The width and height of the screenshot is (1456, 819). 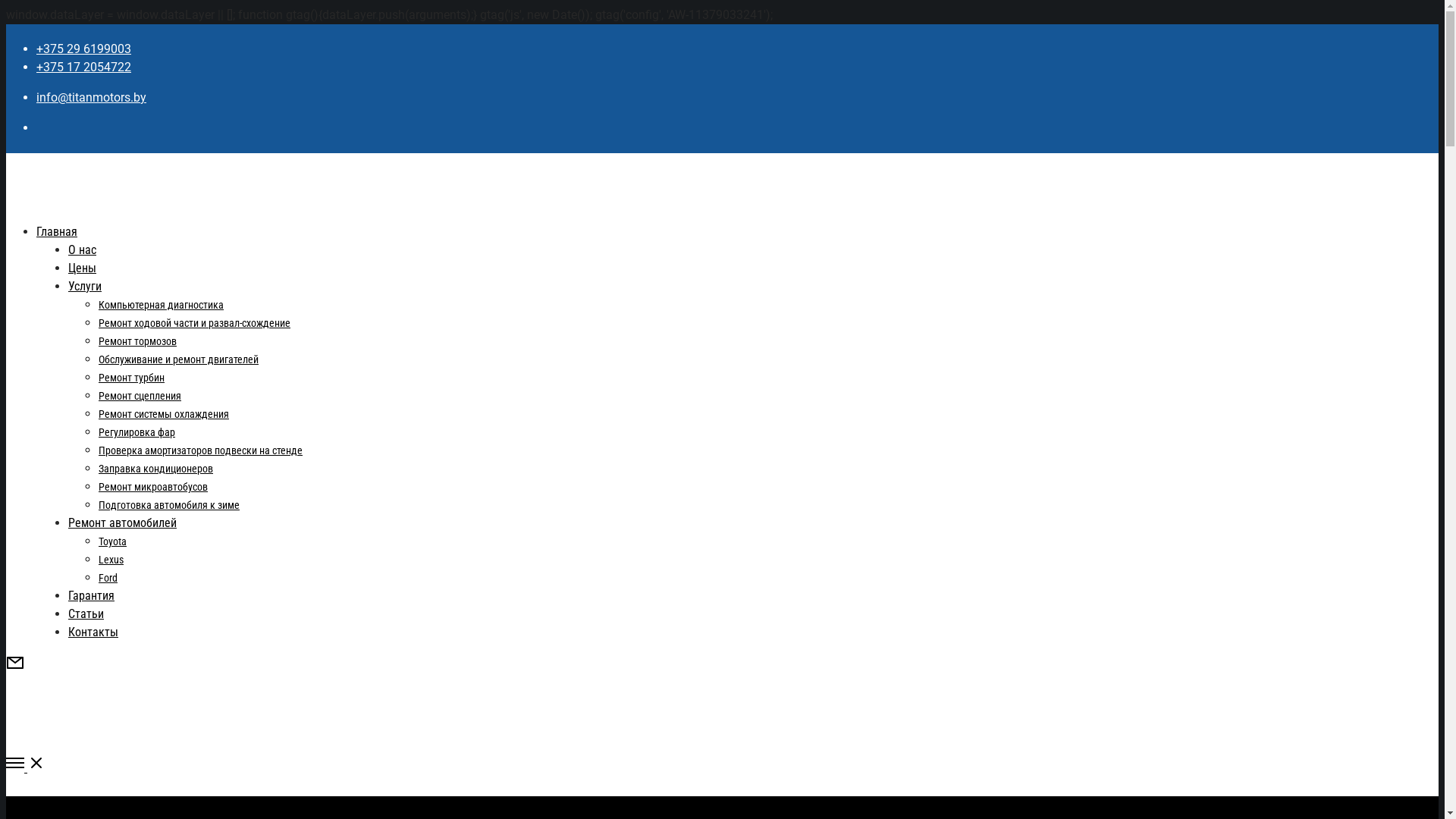 What do you see at coordinates (14, 809) in the screenshot?
I see `'Close'` at bounding box center [14, 809].